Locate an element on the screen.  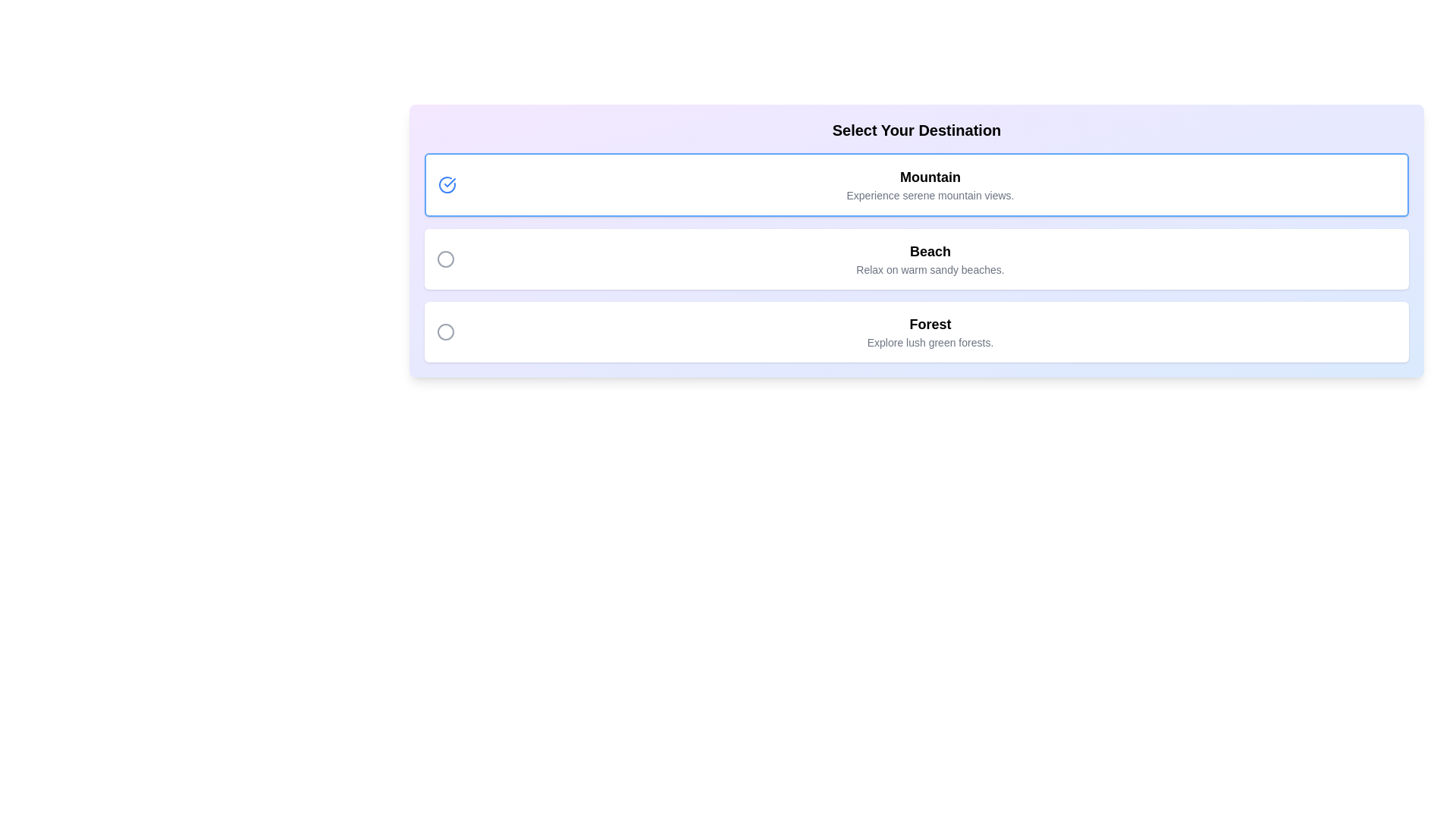
the radio button indicator (circle outline) in the 'Forest' option group located in the lower-right quadrant of the interface is located at coordinates (445, 331).